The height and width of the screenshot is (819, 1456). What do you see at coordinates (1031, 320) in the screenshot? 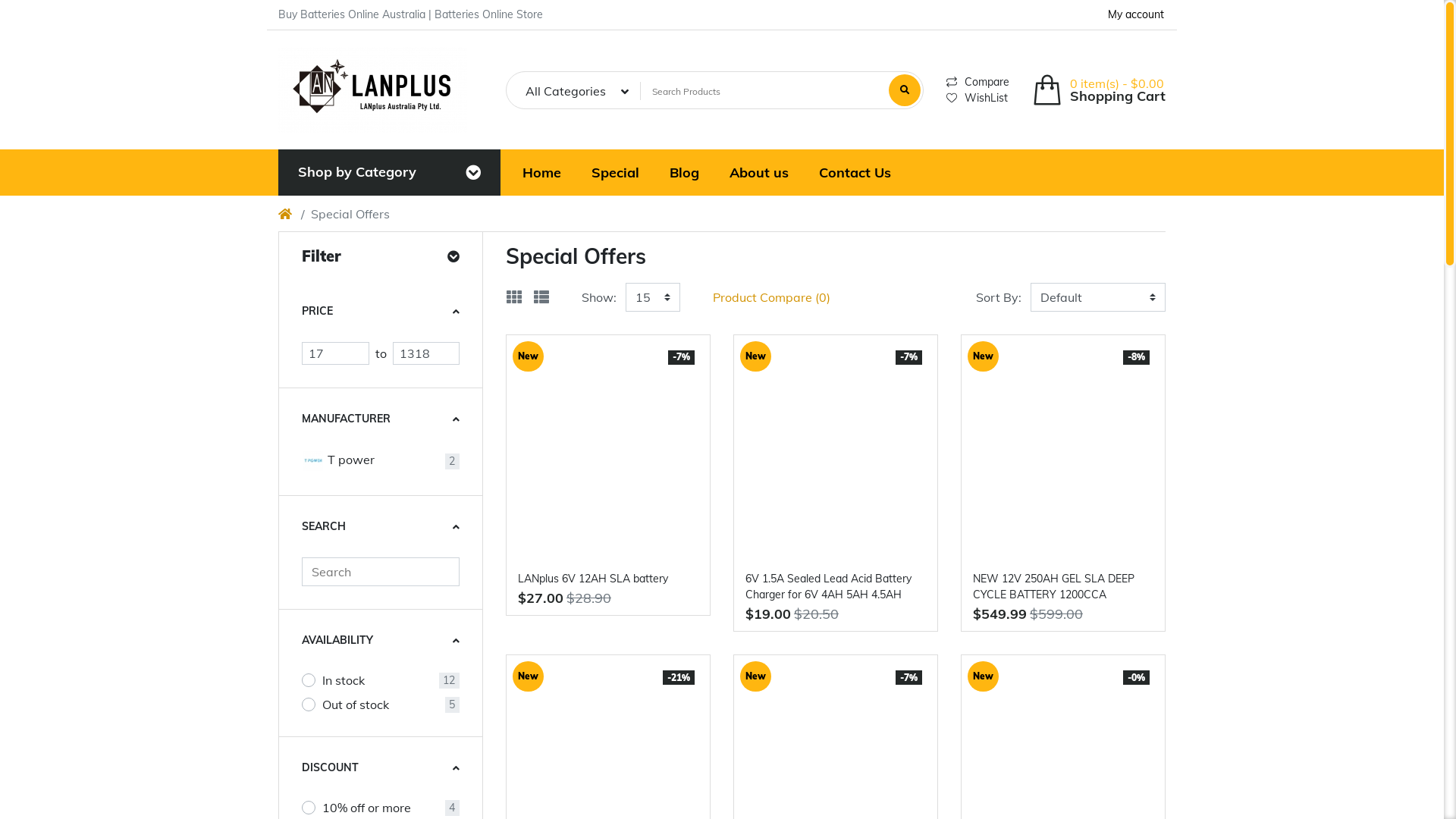
I see `'Add to Wish List'` at bounding box center [1031, 320].